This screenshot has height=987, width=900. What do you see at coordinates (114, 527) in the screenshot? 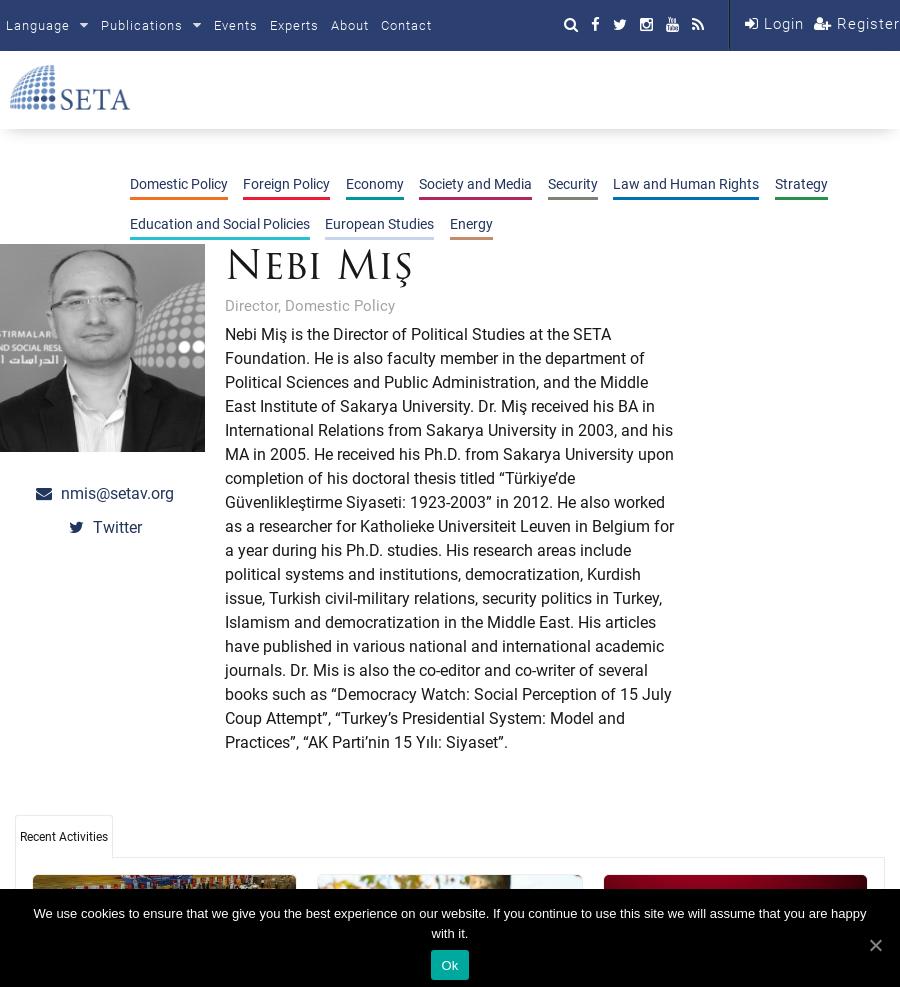
I see `'Twitter'` at bounding box center [114, 527].